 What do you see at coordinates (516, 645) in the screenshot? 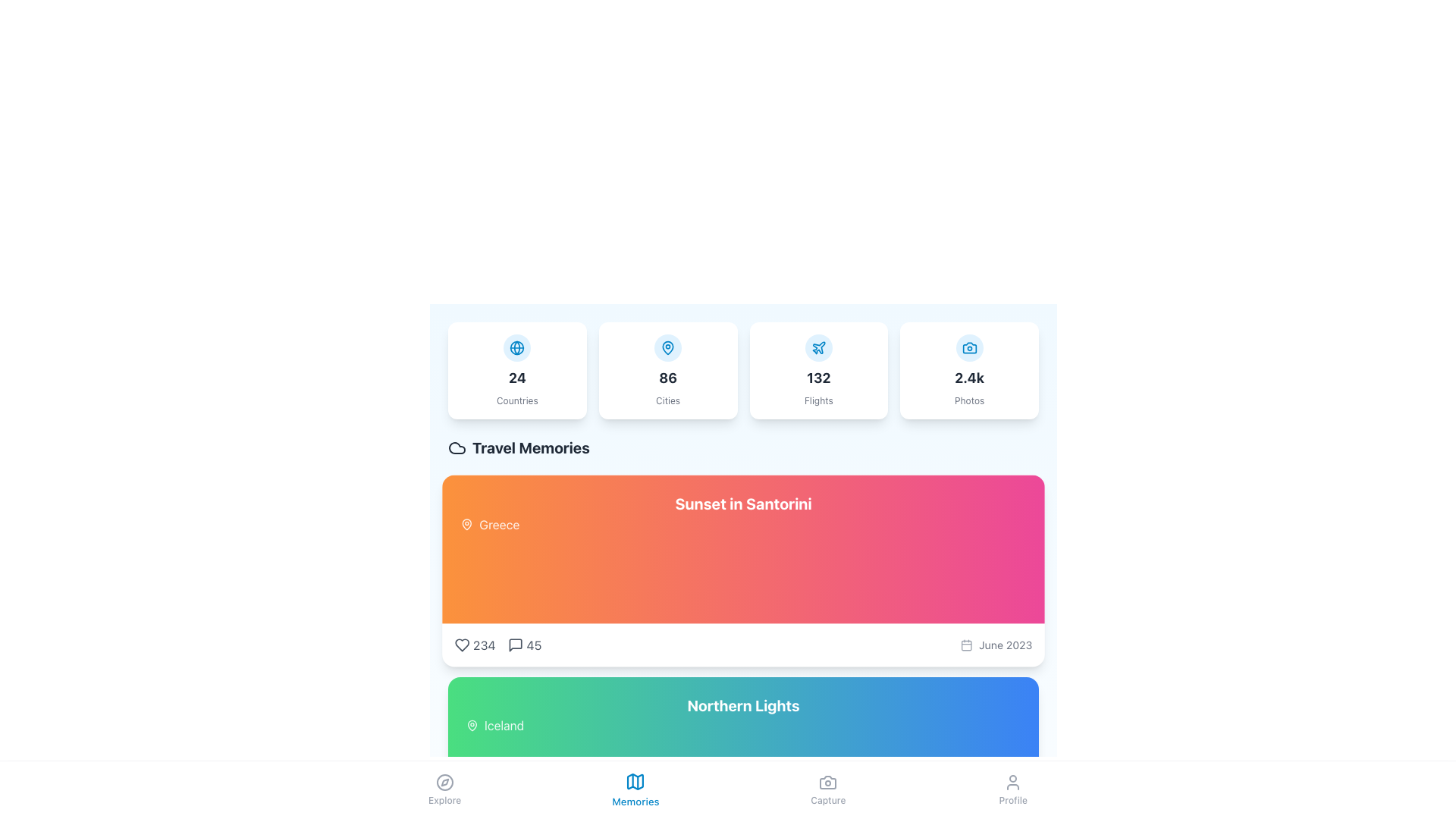
I see `the message square outline icon indicating comments for 'Sunset in Santorini' located in the lower control bar of the memory card` at bounding box center [516, 645].